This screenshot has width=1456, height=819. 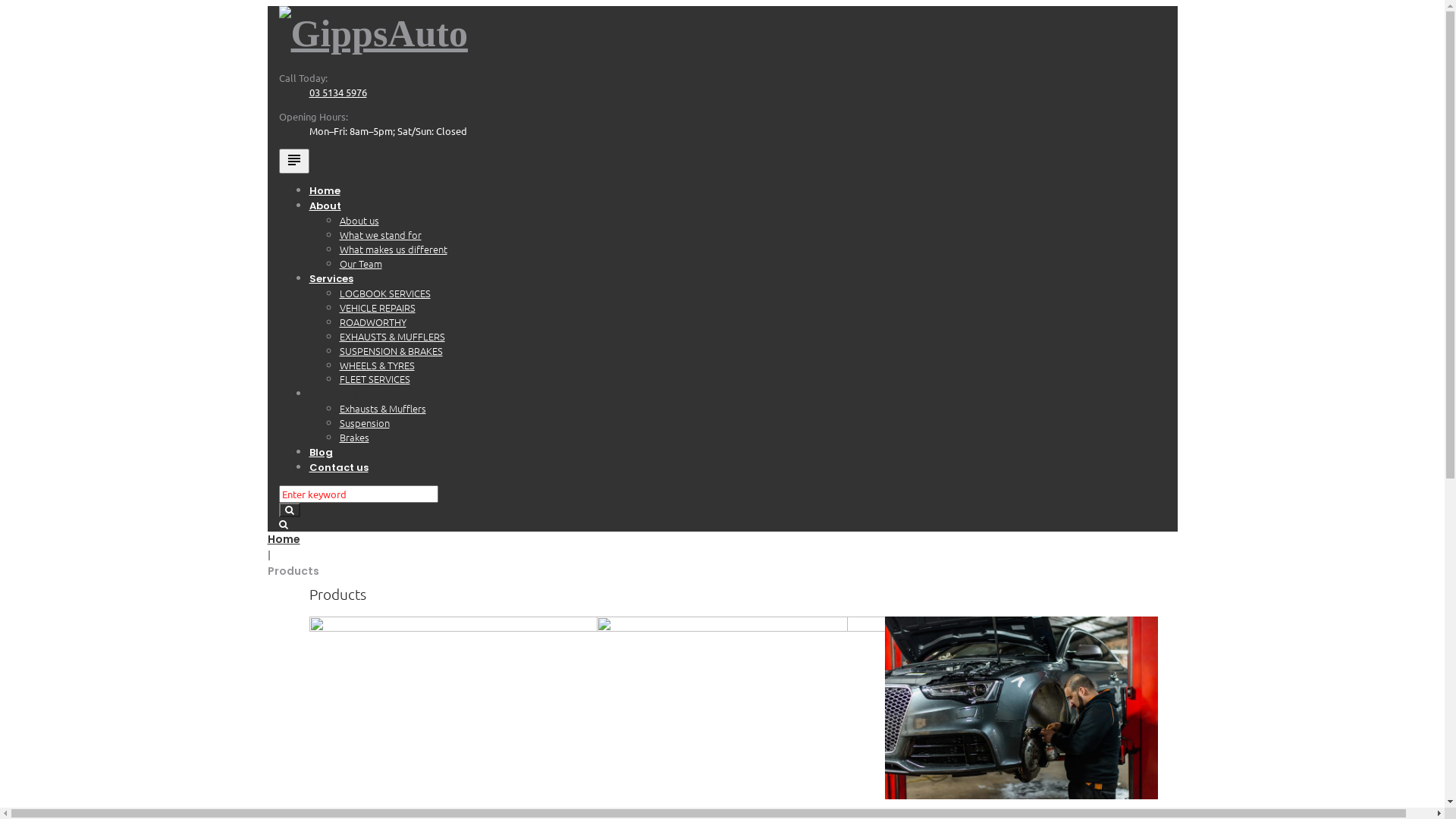 I want to click on 'Services', so click(x=330, y=278).